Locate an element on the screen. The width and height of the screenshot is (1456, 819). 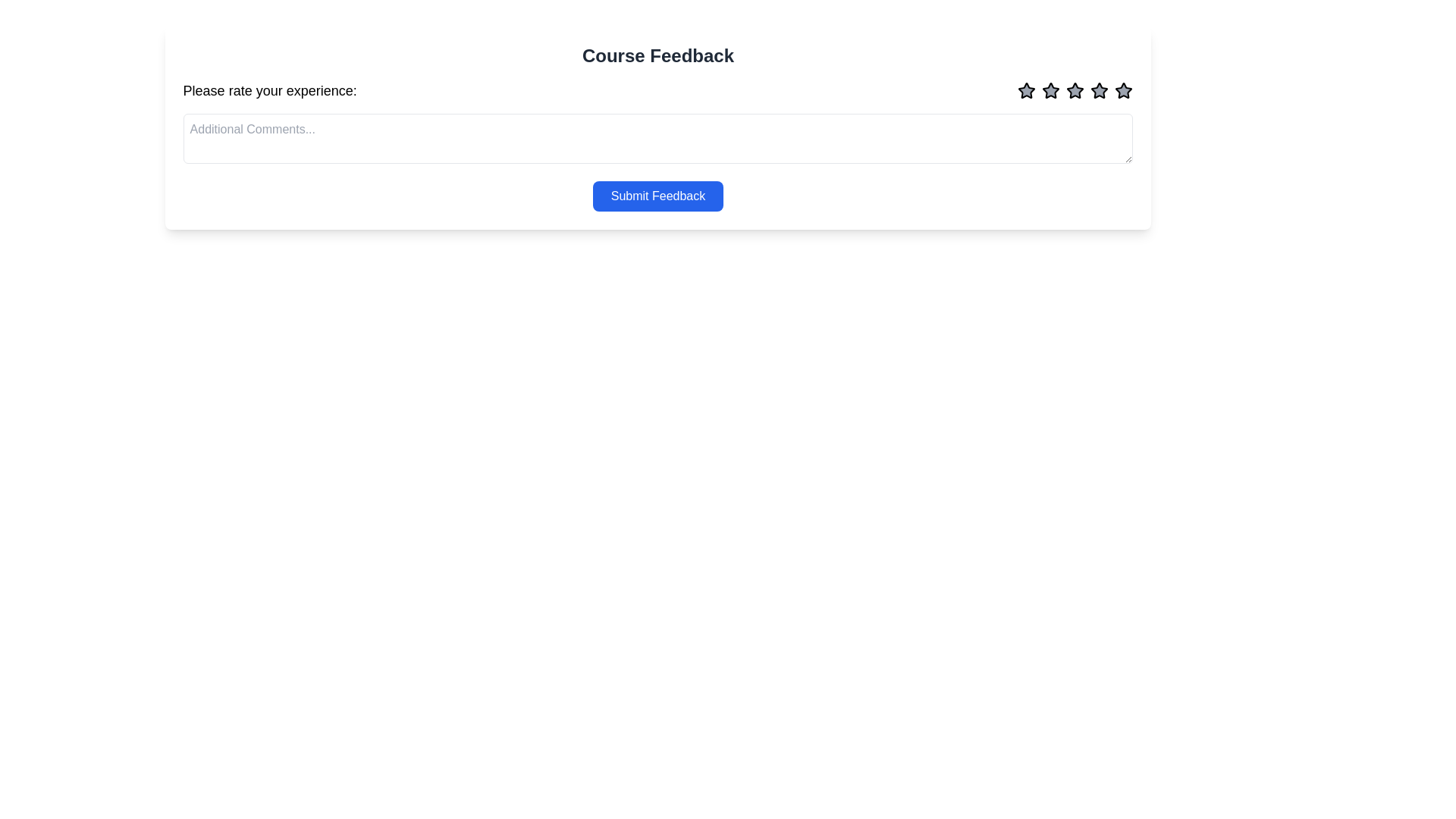
the third rating star, which is a grayish five-pointed star icon in a minimalist outline design is located at coordinates (1075, 90).